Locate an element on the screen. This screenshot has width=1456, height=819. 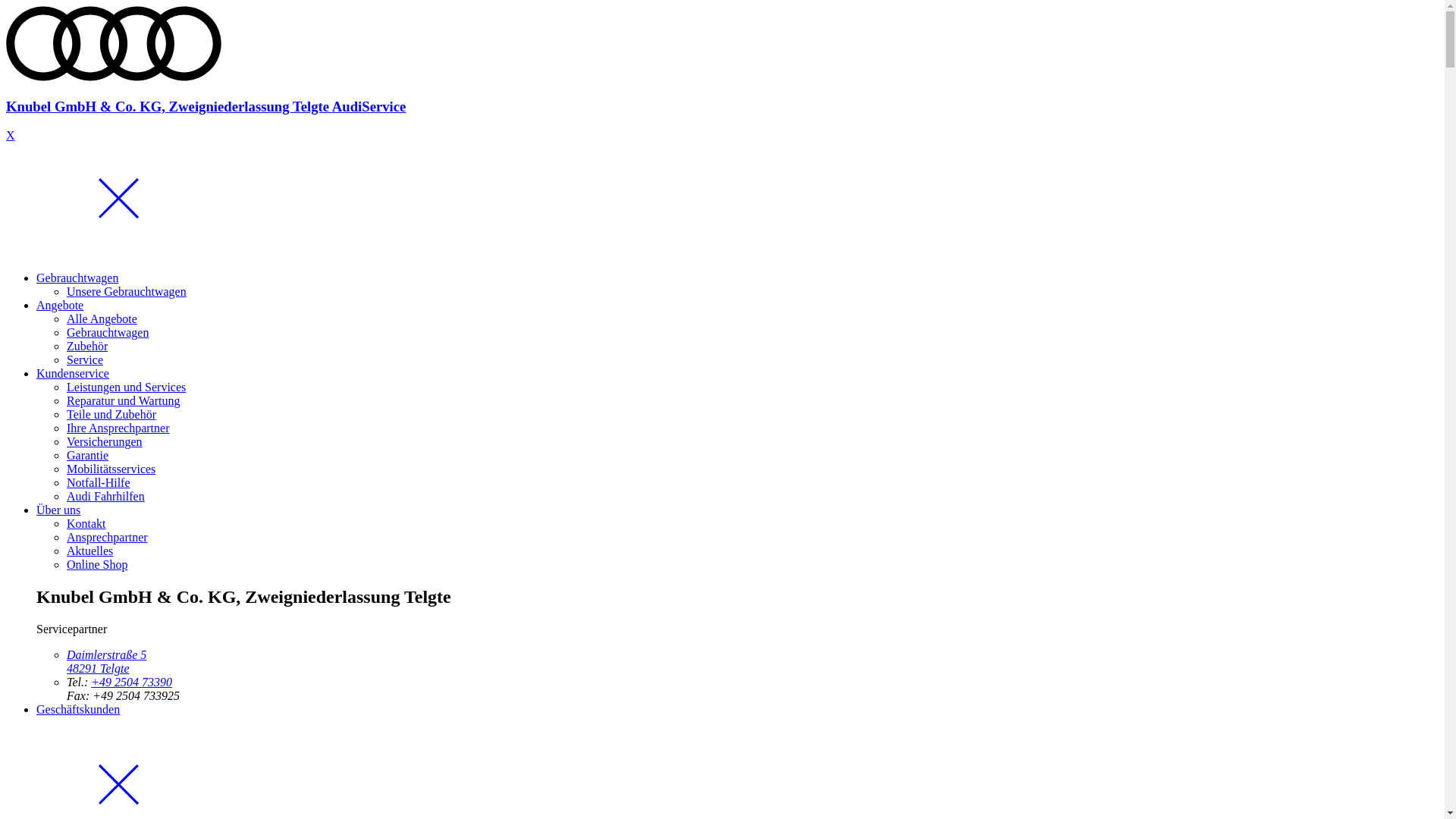
'Leistungen und Services' is located at coordinates (126, 386).